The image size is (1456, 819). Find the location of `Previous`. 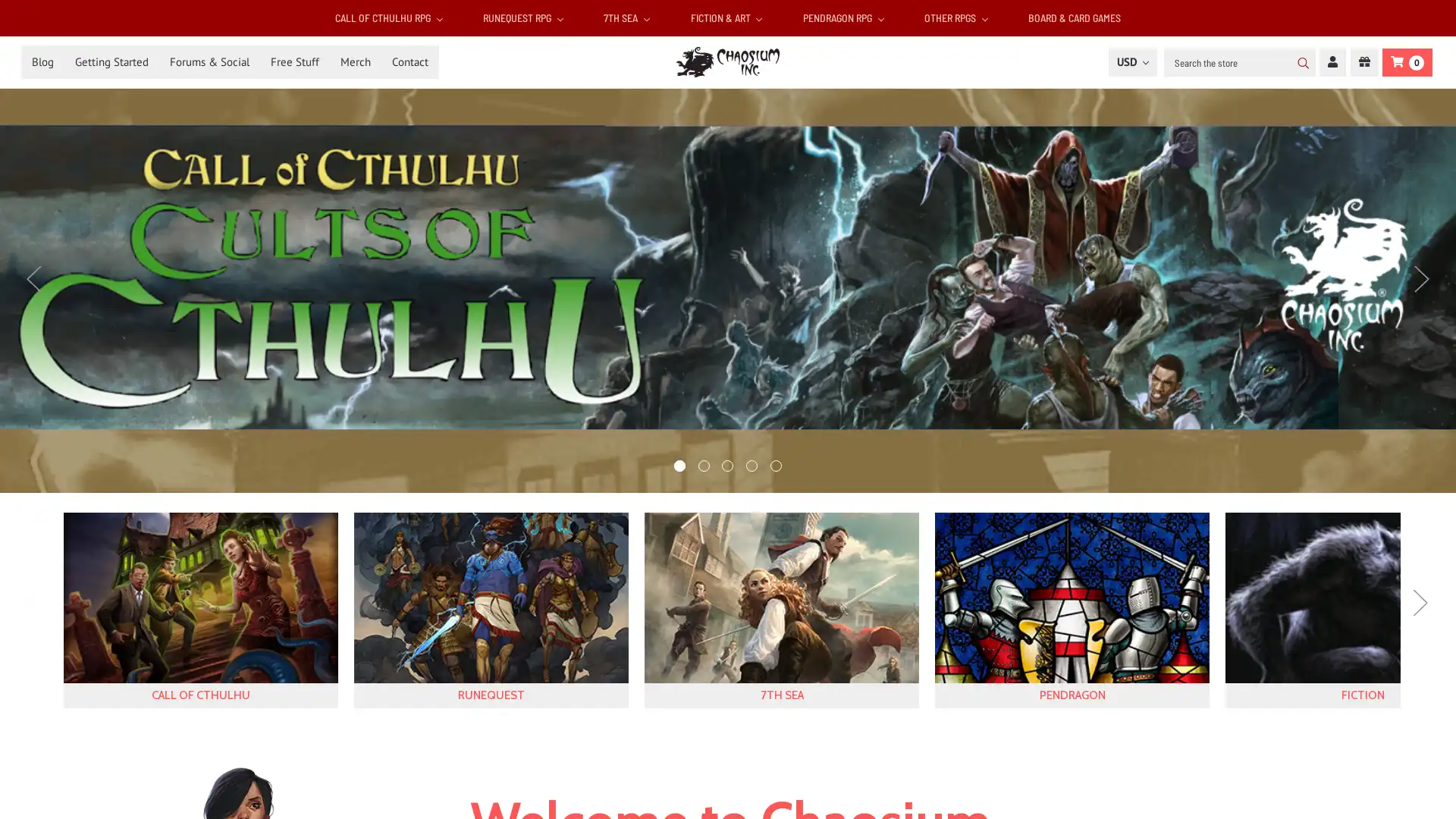

Previous is located at coordinates (33, 278).